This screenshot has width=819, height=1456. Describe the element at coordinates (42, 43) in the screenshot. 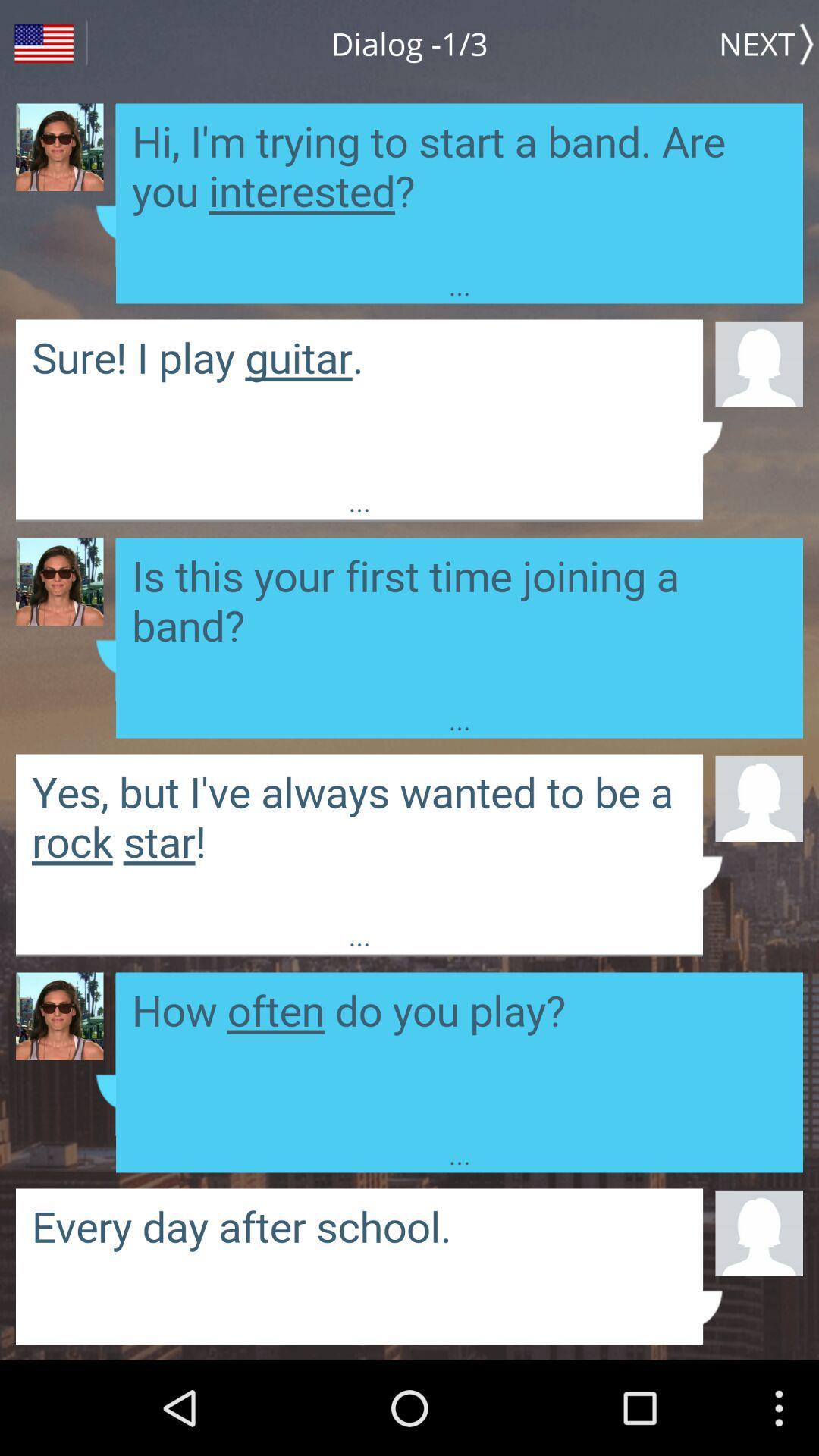

I see `english language` at that location.